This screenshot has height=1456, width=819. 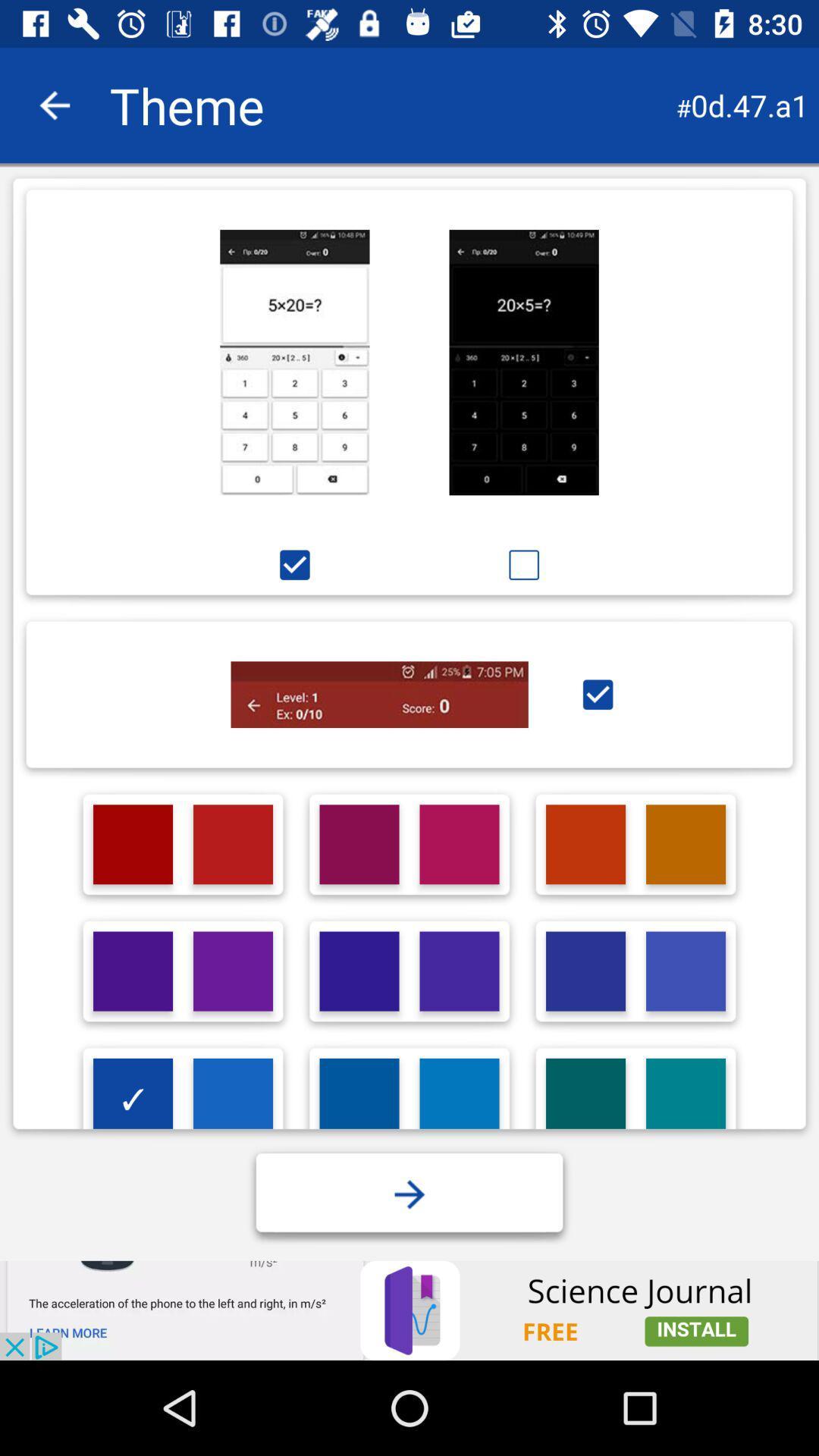 What do you see at coordinates (686, 843) in the screenshot?
I see `choose a colour` at bounding box center [686, 843].